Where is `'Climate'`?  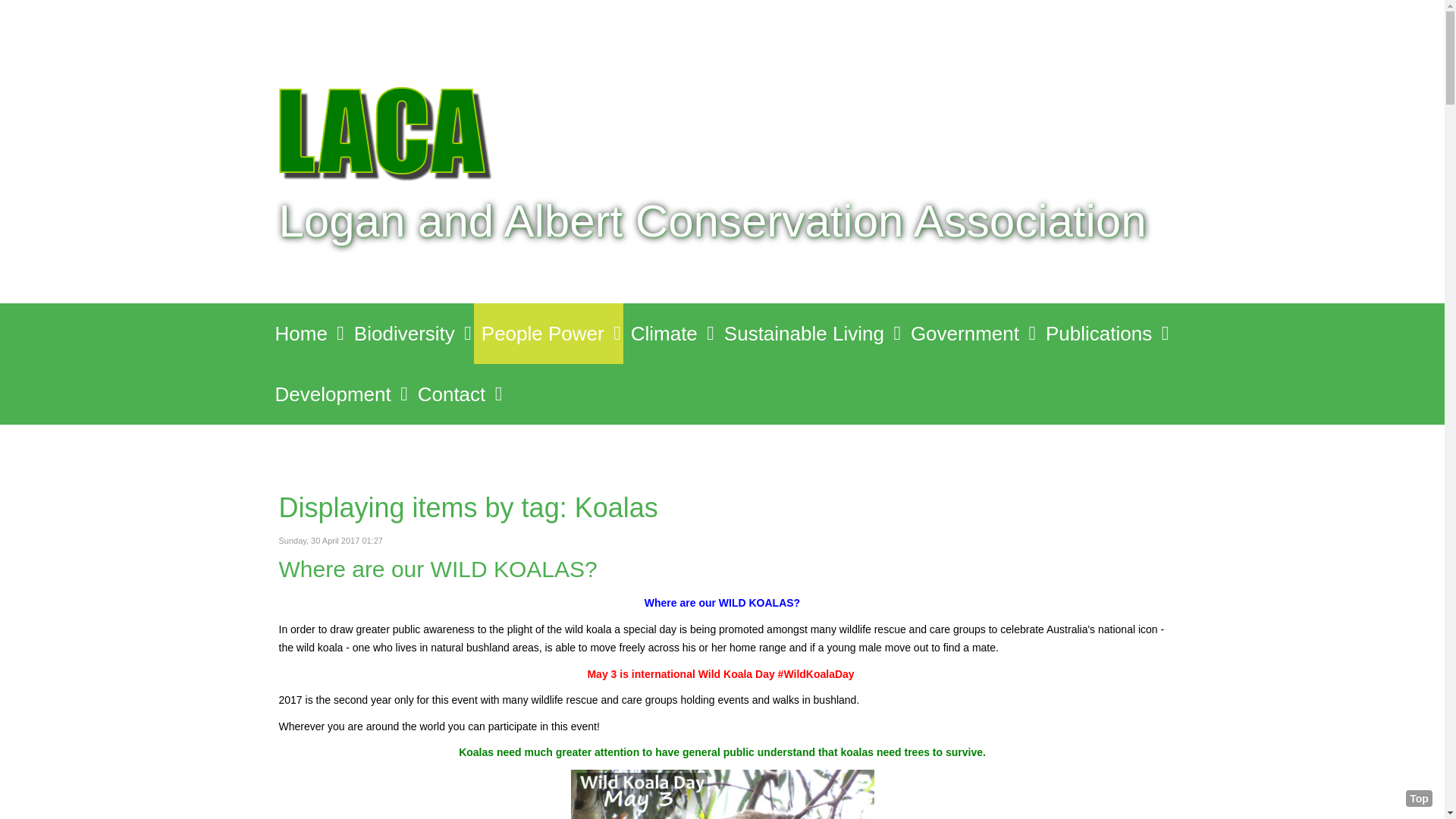 'Climate' is located at coordinates (669, 332).